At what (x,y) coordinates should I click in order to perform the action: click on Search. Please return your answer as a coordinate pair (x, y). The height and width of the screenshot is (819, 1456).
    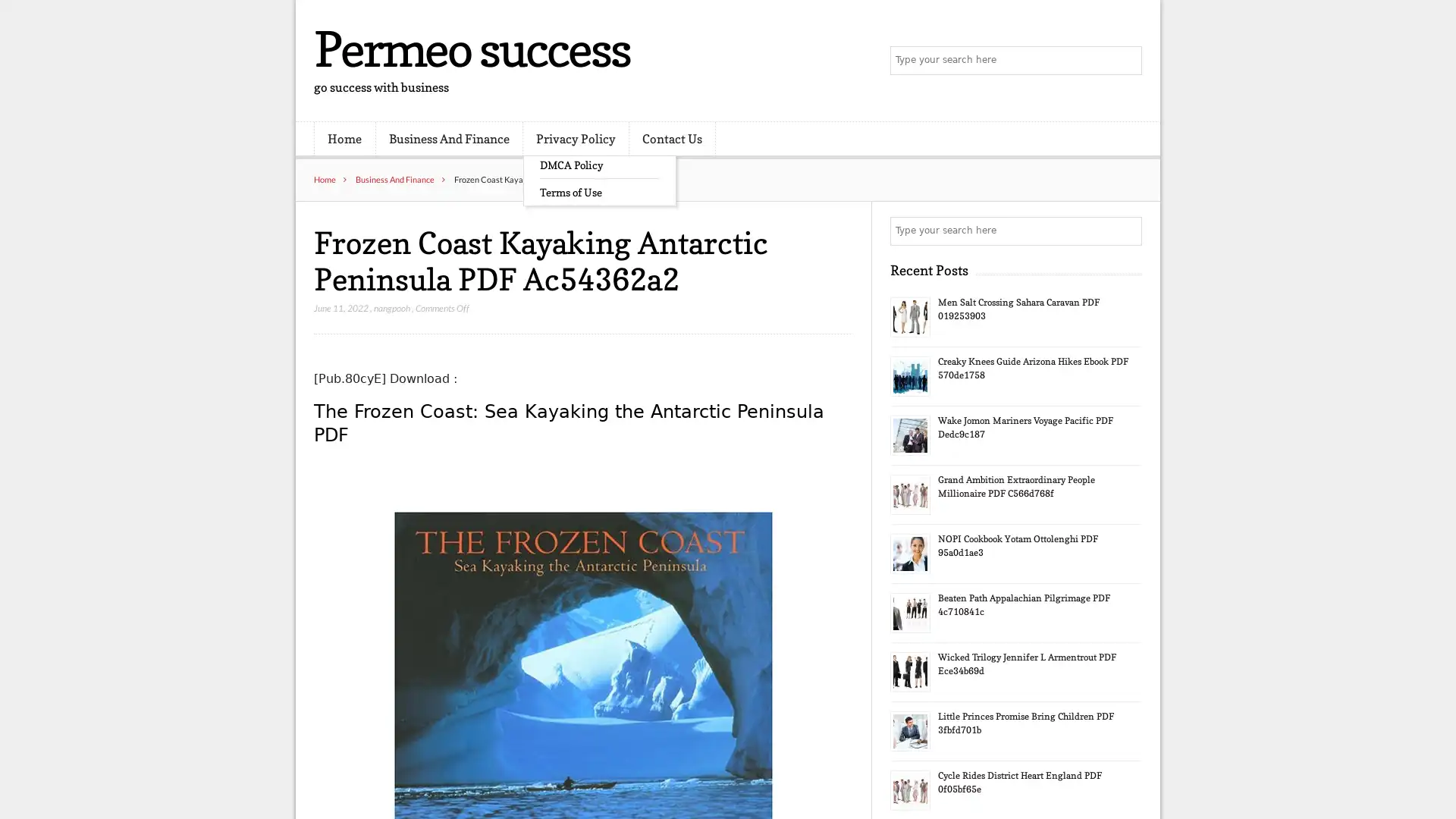
    Looking at the image, I should click on (1126, 61).